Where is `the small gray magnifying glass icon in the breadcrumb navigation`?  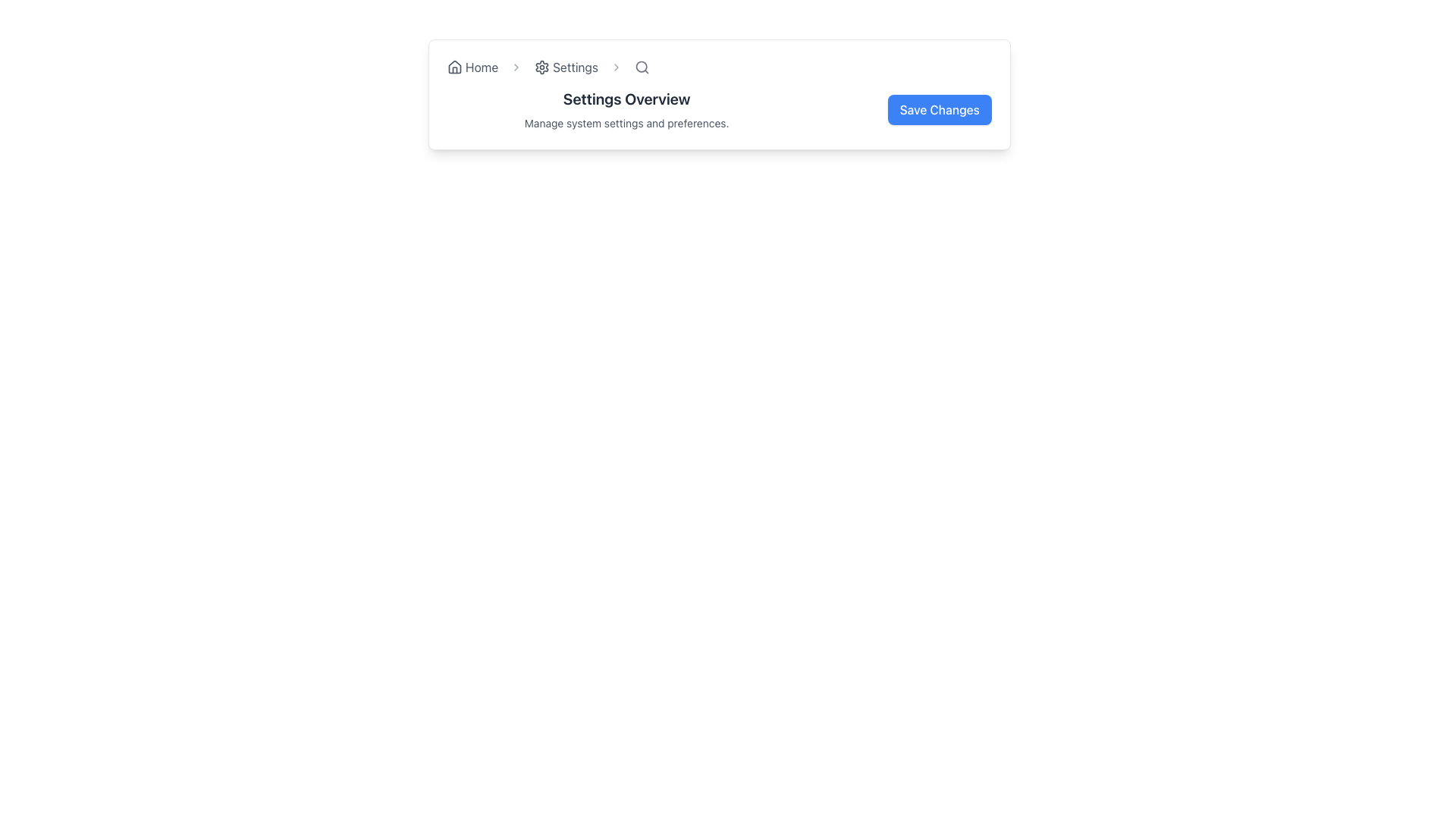 the small gray magnifying glass icon in the breadcrumb navigation is located at coordinates (642, 66).